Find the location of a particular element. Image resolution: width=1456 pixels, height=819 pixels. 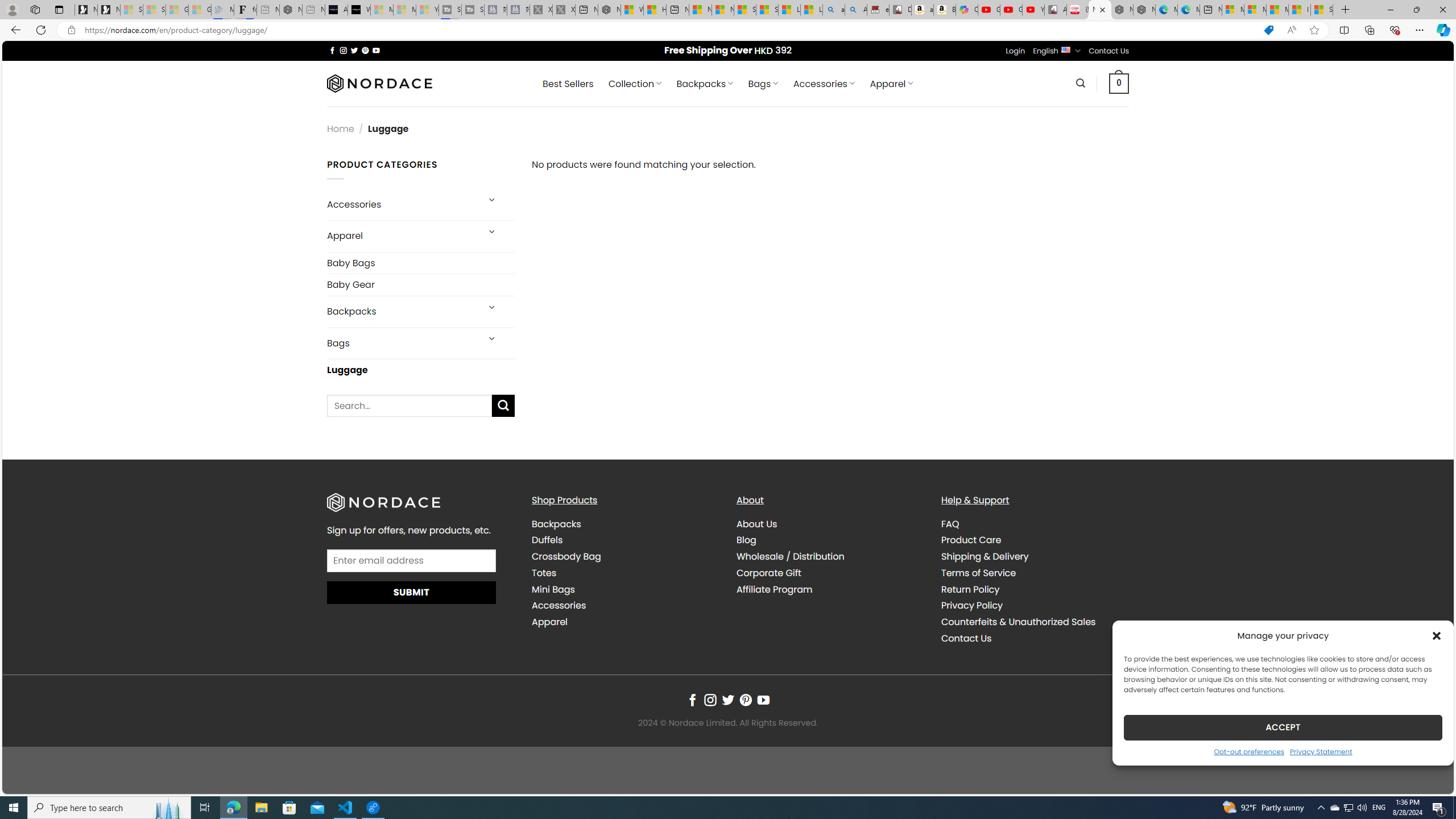

'Search for:' is located at coordinates (409, 405).